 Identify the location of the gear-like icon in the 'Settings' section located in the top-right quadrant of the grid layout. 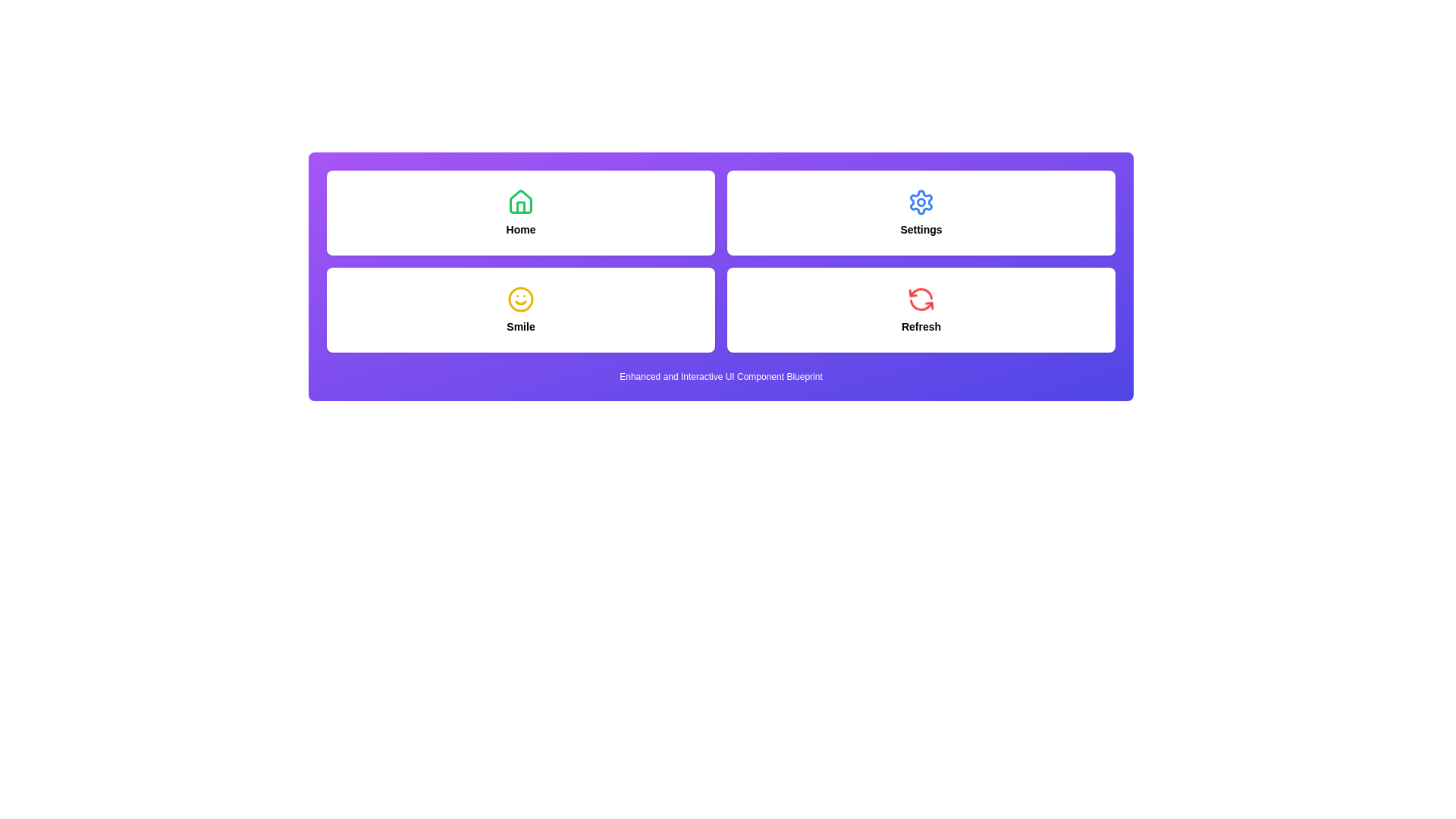
(920, 201).